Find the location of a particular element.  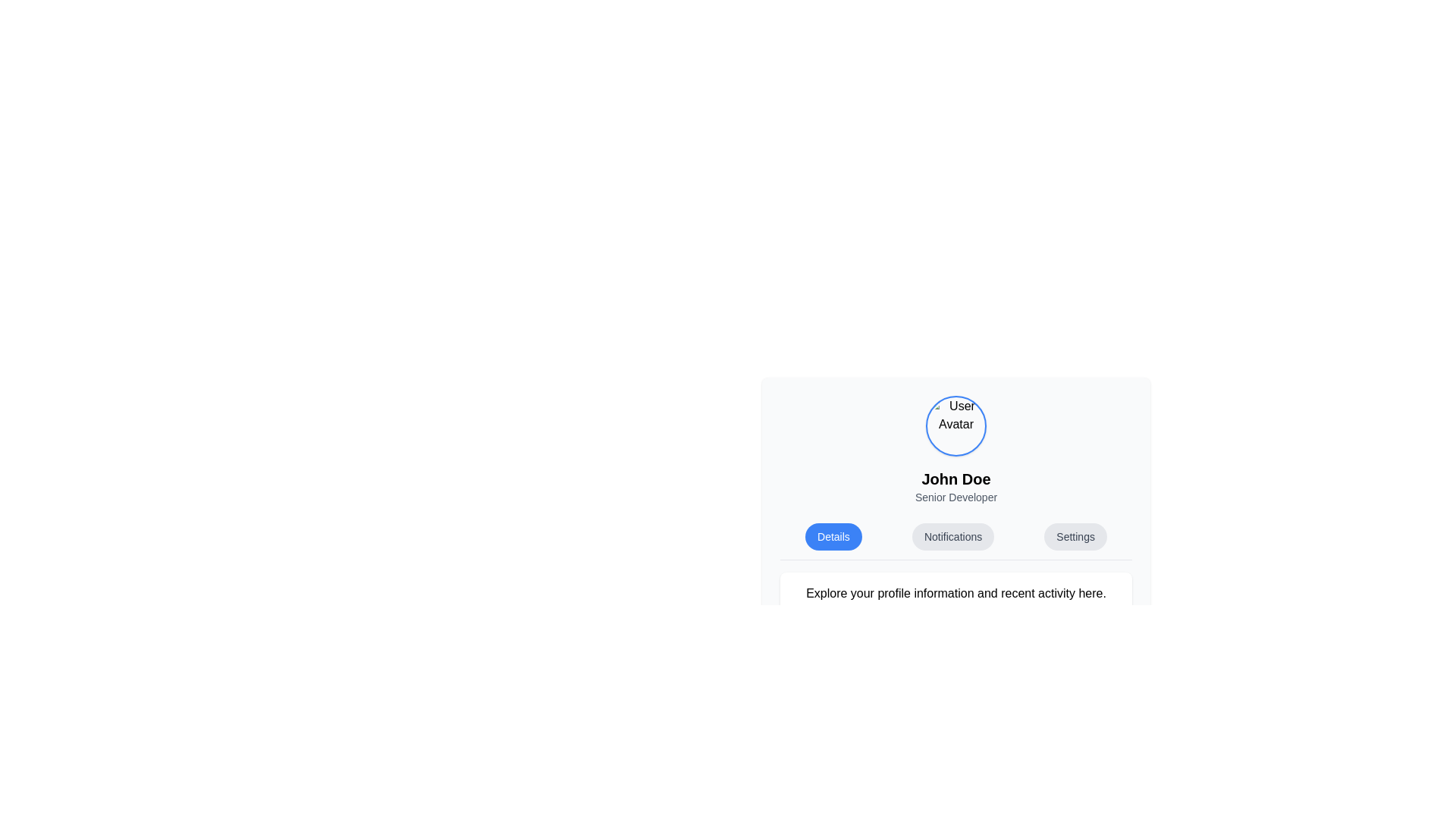

the 'Notifications' button in the navigation bar located in the middle section of the card component beneath the user's name and title is located at coordinates (955, 540).